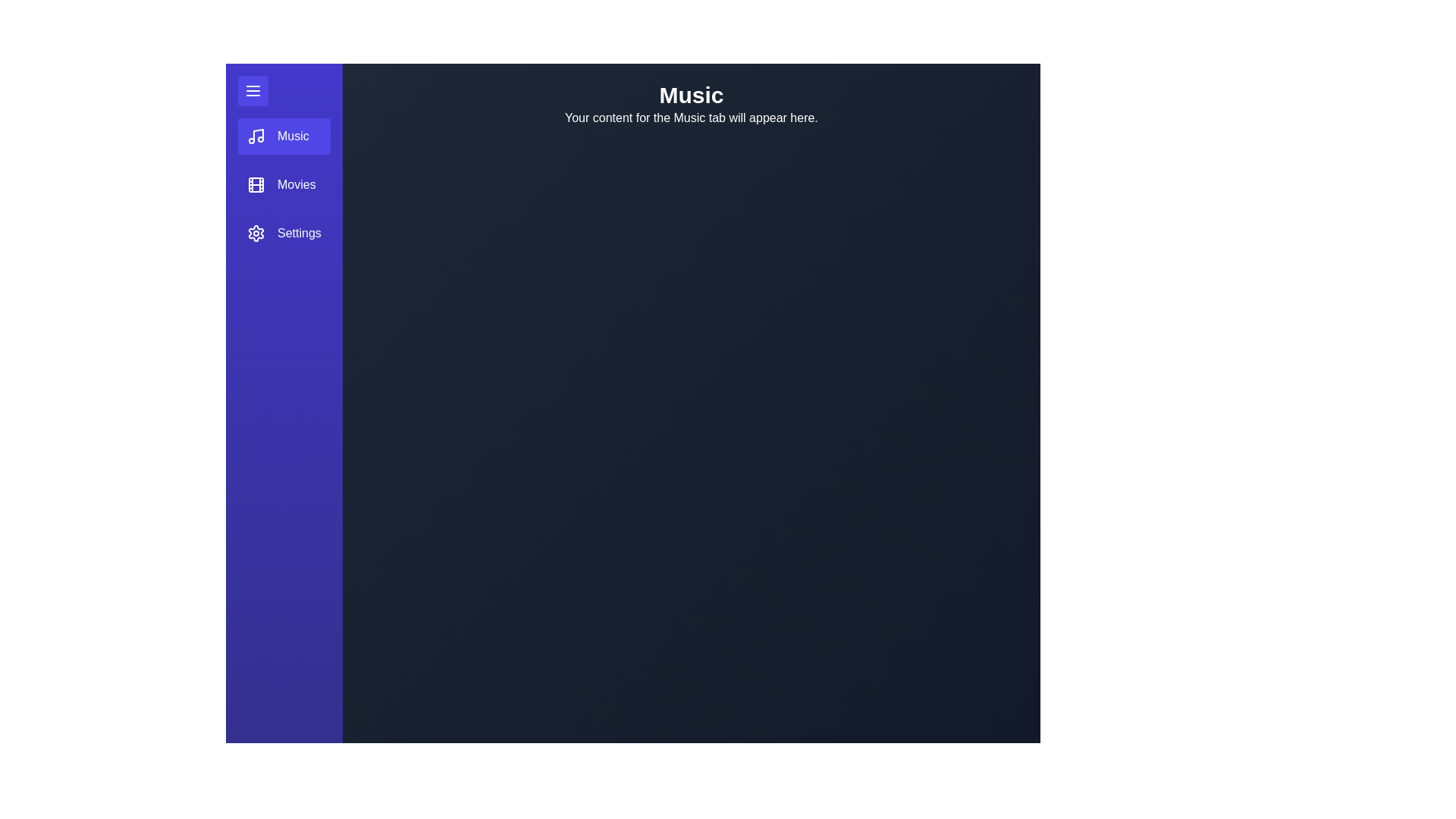 This screenshot has width=1456, height=819. What do you see at coordinates (253, 90) in the screenshot?
I see `menu toggle button to toggle the menu open or closed` at bounding box center [253, 90].